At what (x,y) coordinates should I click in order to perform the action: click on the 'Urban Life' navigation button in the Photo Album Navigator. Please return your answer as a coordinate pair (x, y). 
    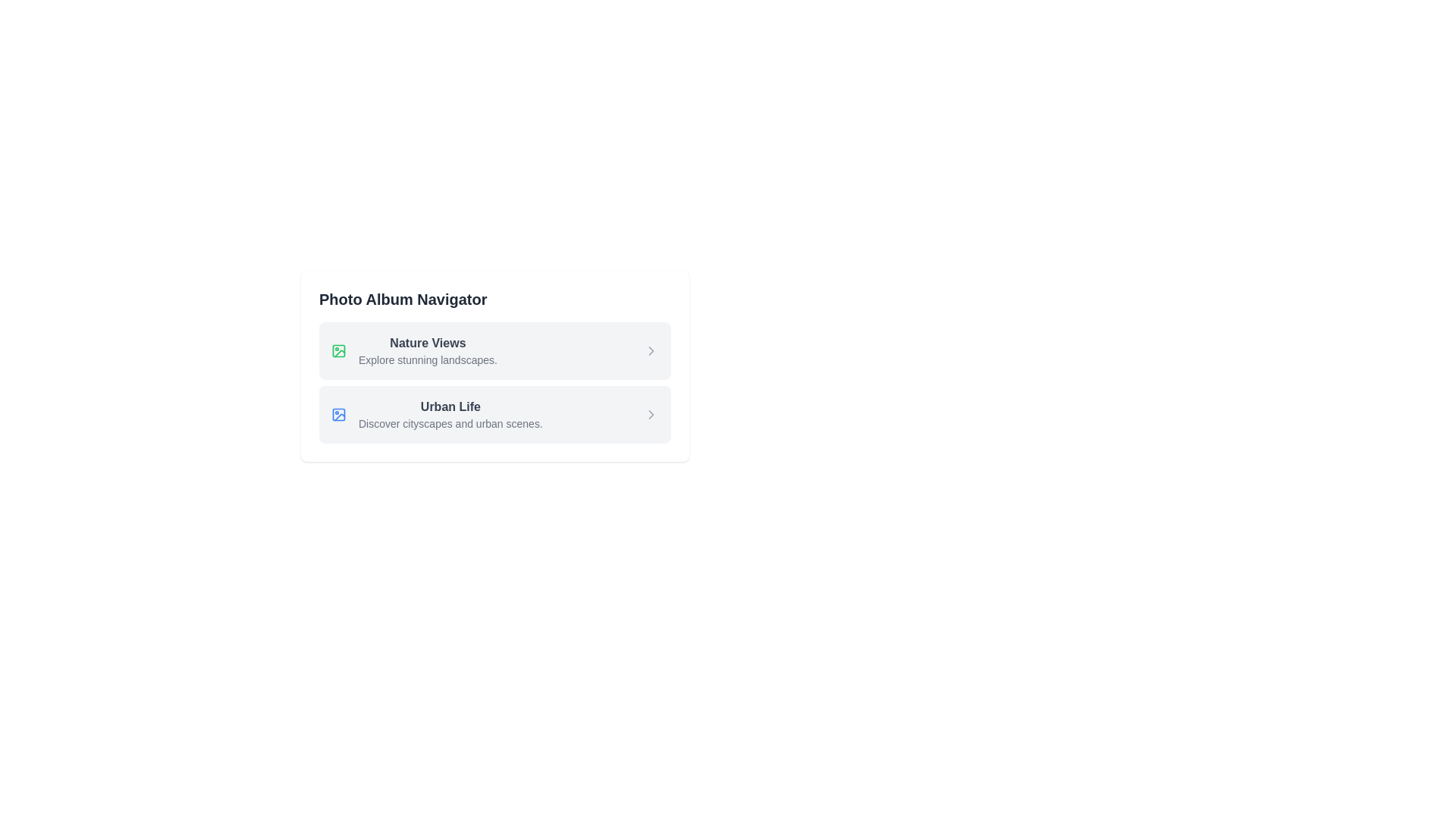
    Looking at the image, I should click on (494, 415).